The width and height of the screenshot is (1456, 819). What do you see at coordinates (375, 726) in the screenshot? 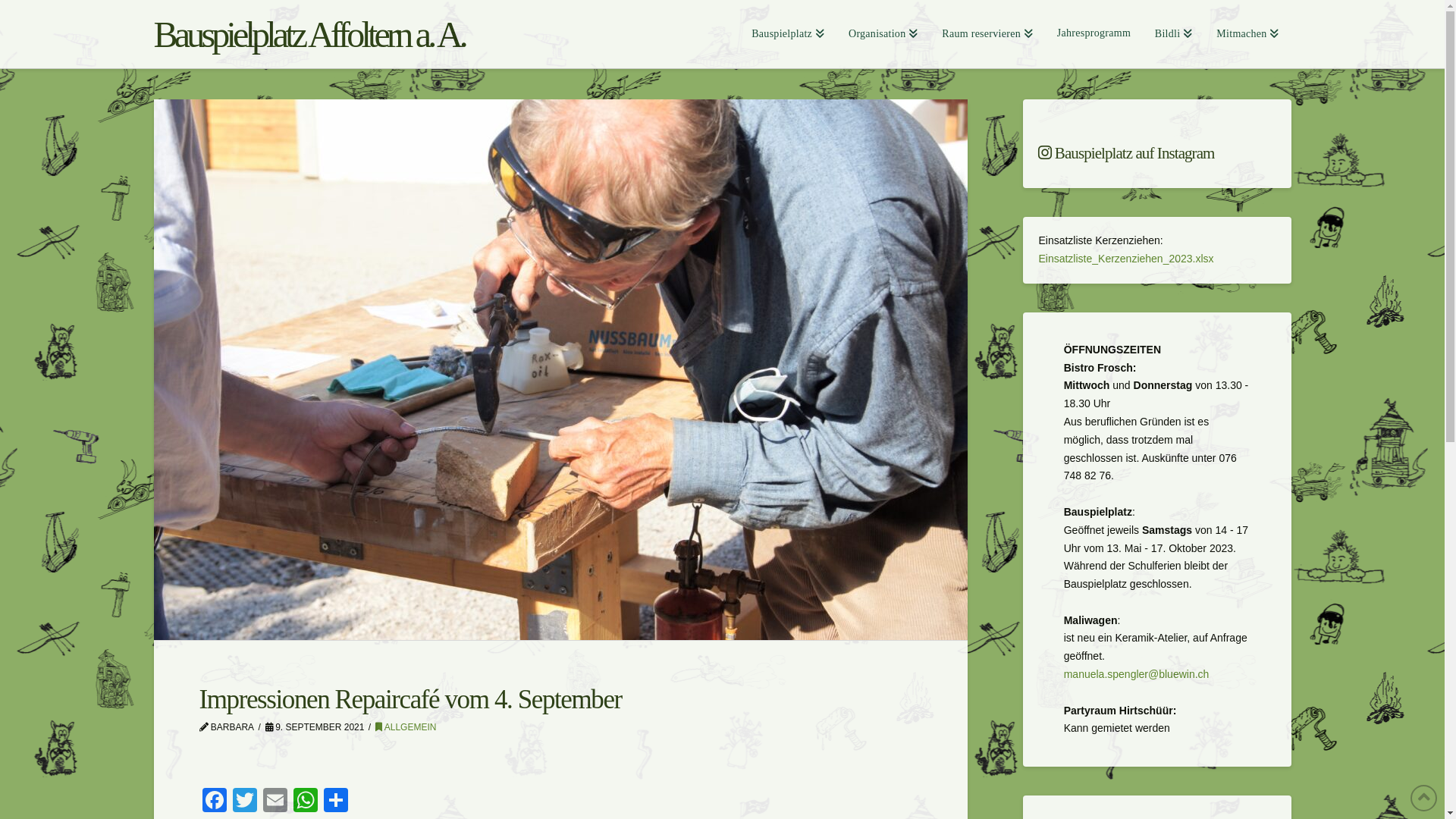
I see `'ALLGEMEIN'` at bounding box center [375, 726].